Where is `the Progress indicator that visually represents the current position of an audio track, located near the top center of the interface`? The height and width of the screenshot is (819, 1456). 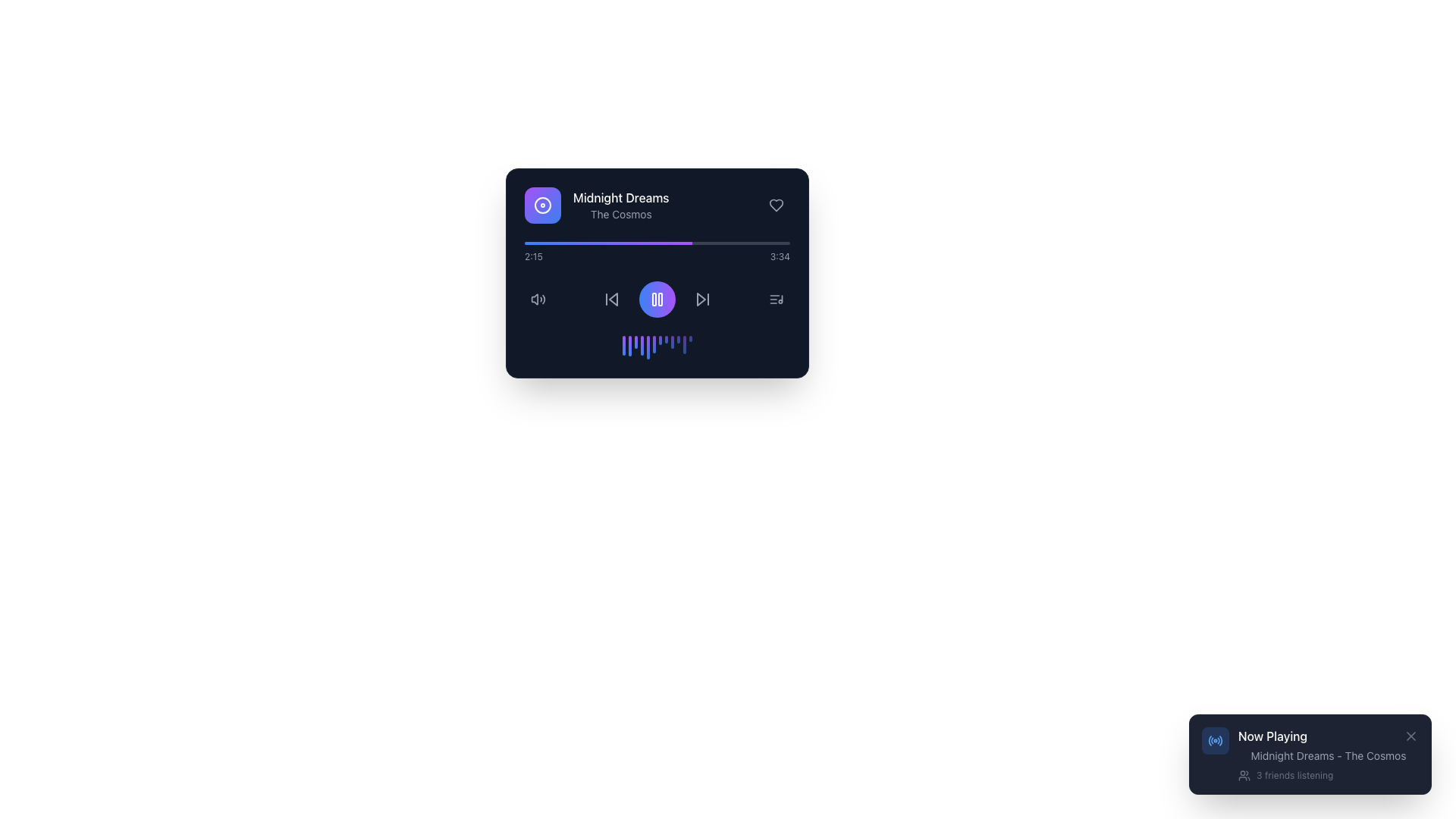
the Progress indicator that visually represents the current position of an audio track, located near the top center of the interface is located at coordinates (608, 242).